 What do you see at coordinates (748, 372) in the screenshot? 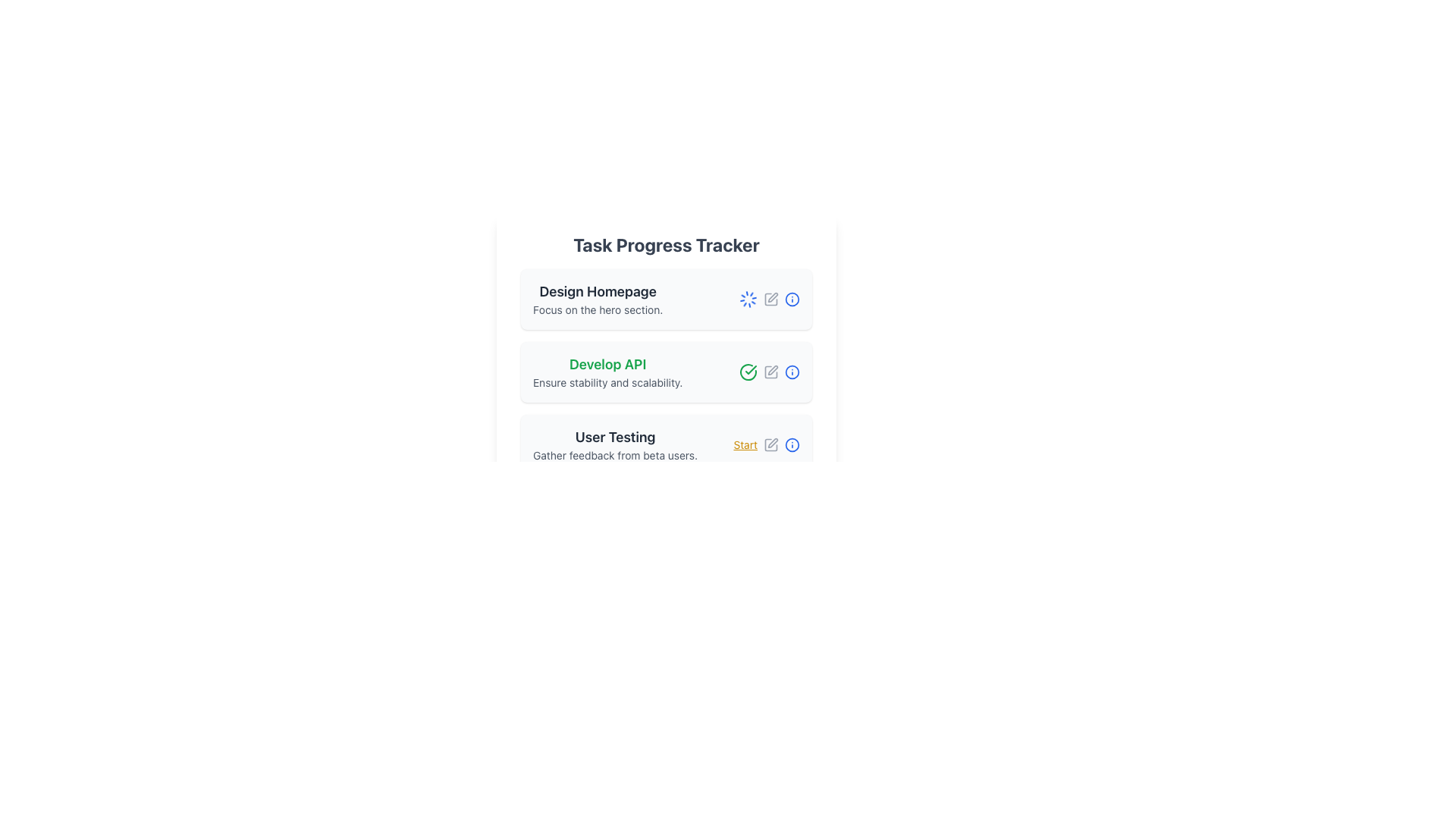
I see `the green circular icon with a checkmark inside, indicating a completed task, located in the 'Develop API' section of the task list` at bounding box center [748, 372].